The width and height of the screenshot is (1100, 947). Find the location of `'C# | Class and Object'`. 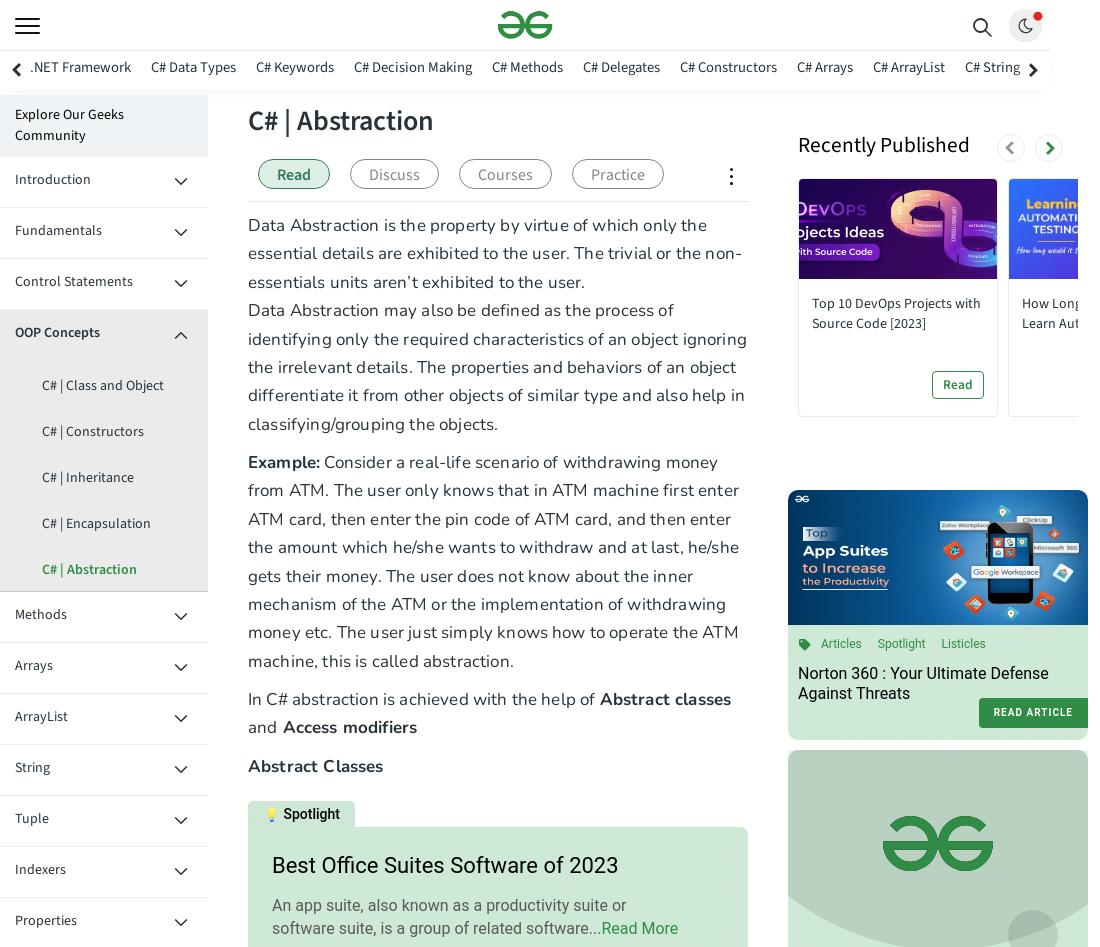

'C# | Class and Object' is located at coordinates (102, 385).